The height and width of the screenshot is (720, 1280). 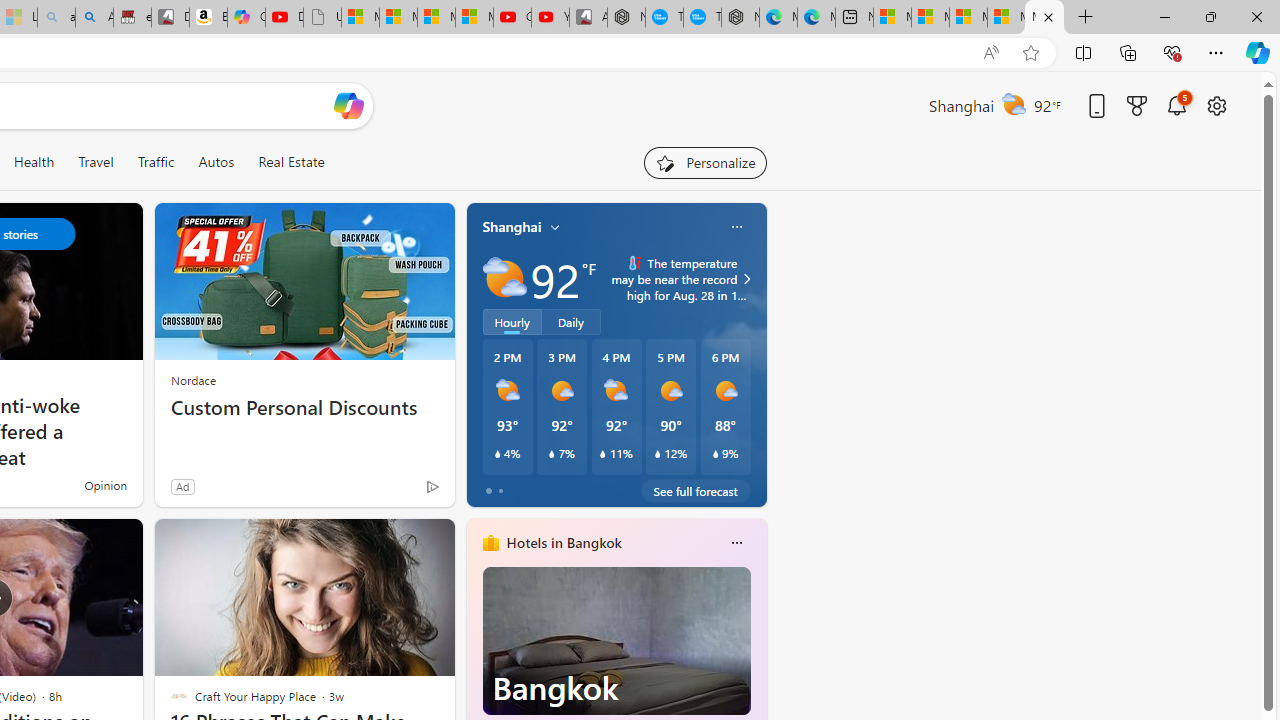 I want to click on 'Traffic', so click(x=155, y=161).